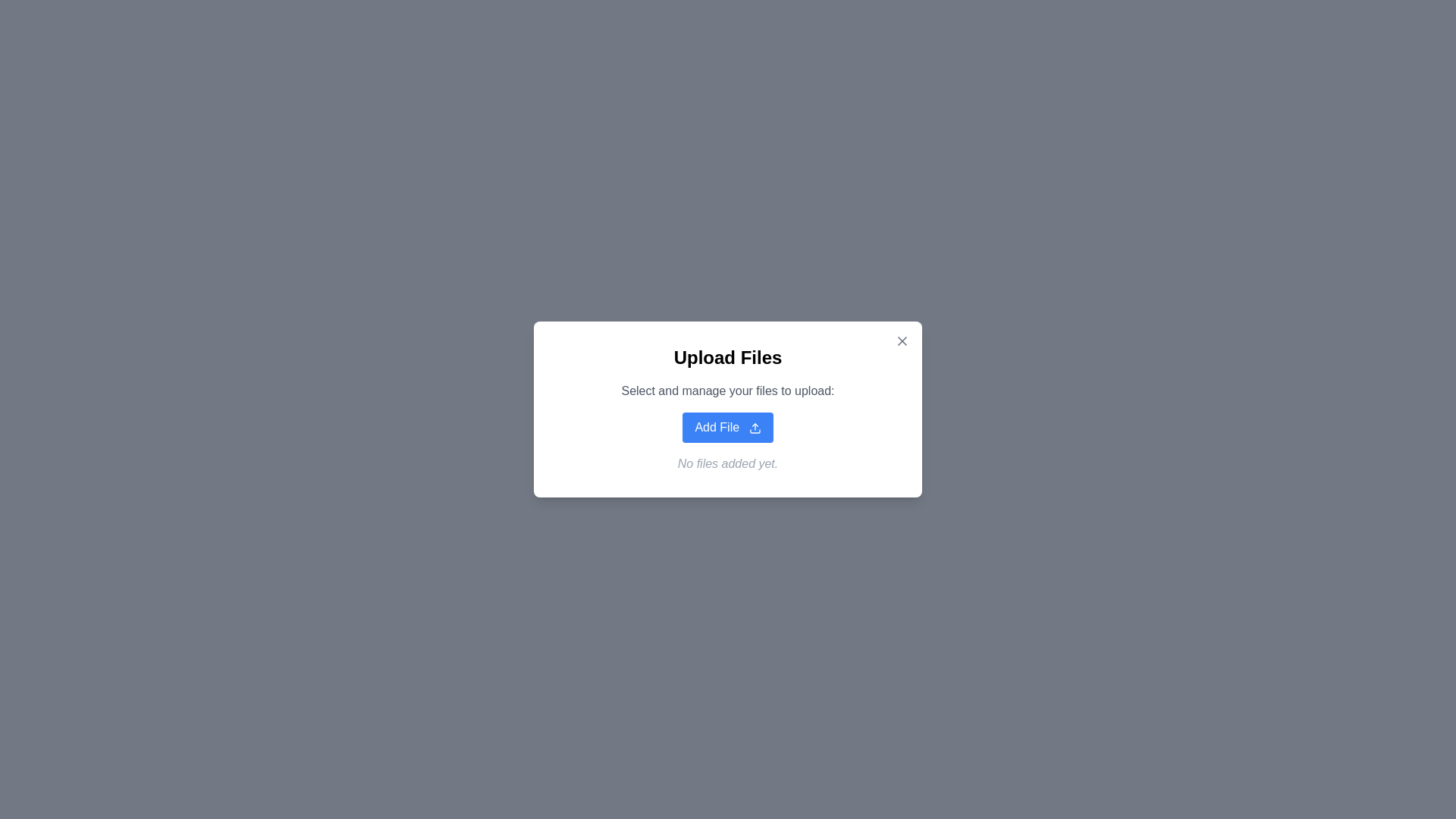  Describe the element at coordinates (728, 427) in the screenshot. I see `the 'Add File' button to add a file` at that location.